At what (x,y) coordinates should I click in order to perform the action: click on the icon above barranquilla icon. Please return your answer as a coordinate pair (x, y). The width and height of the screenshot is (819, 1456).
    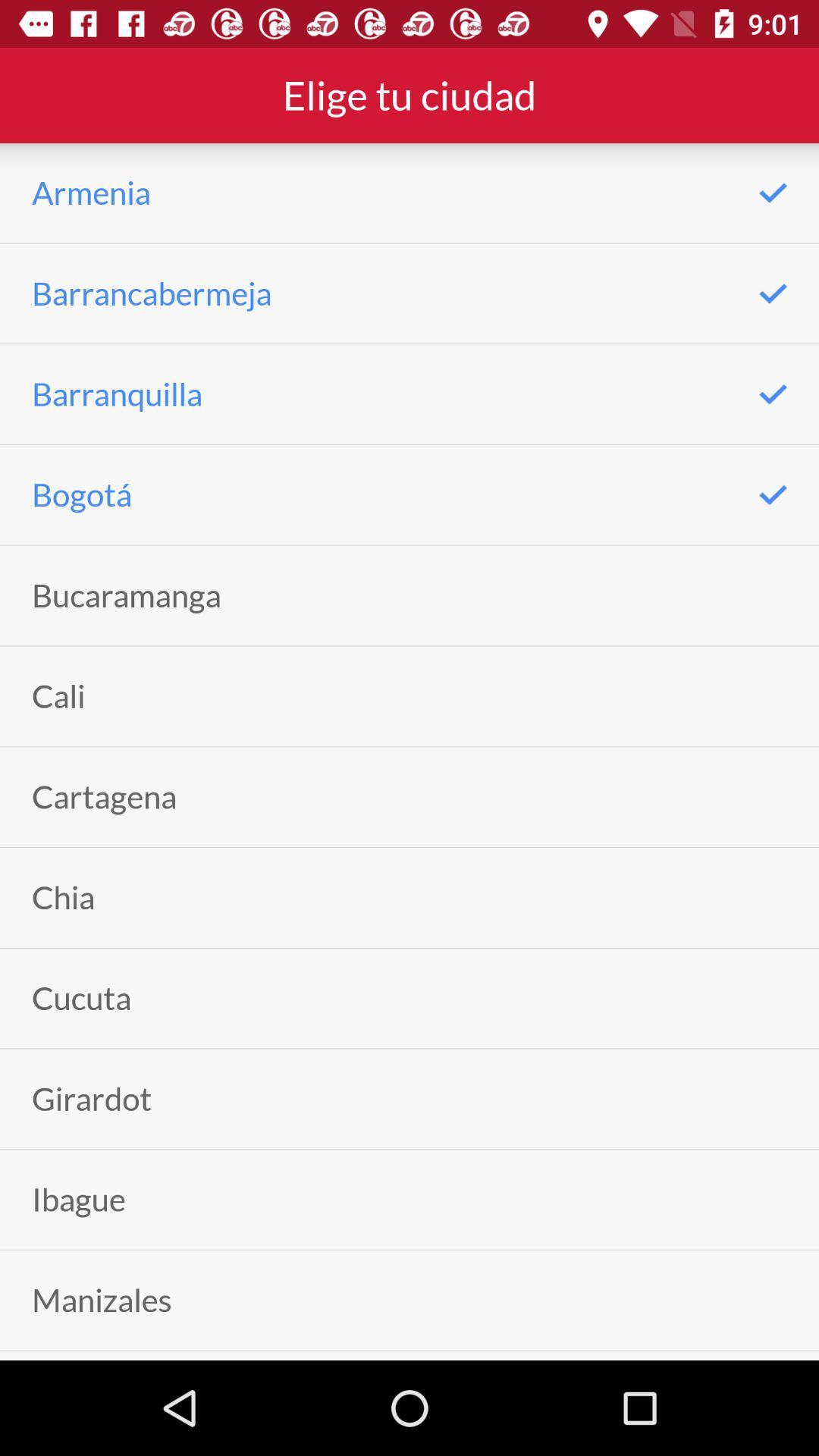
    Looking at the image, I should click on (152, 293).